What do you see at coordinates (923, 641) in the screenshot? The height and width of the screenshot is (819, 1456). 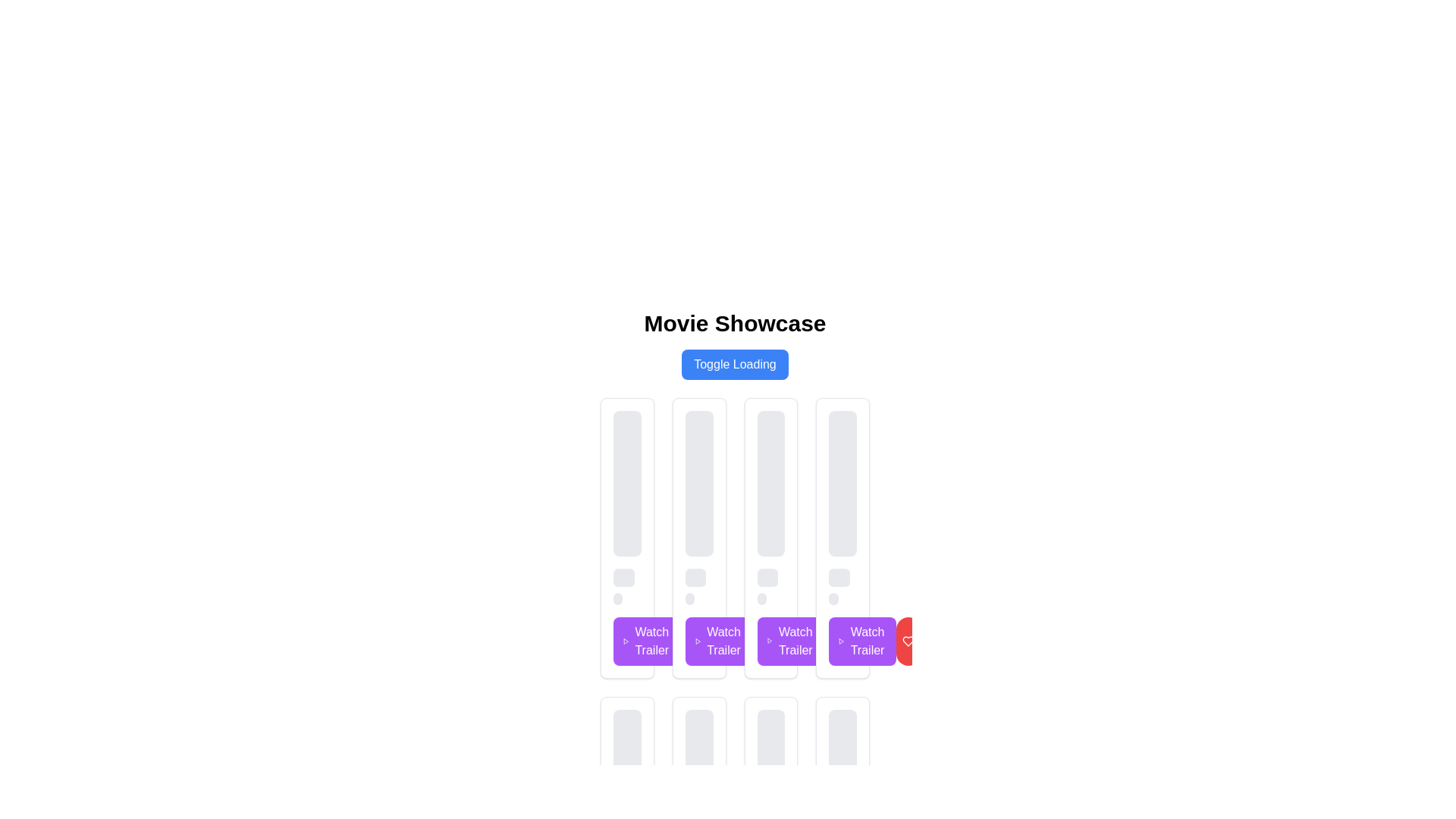 I see `the red circular button with a white heart-shaped icon located to the right of the purple 'Watch Trailer' button in the last column of the row` at bounding box center [923, 641].